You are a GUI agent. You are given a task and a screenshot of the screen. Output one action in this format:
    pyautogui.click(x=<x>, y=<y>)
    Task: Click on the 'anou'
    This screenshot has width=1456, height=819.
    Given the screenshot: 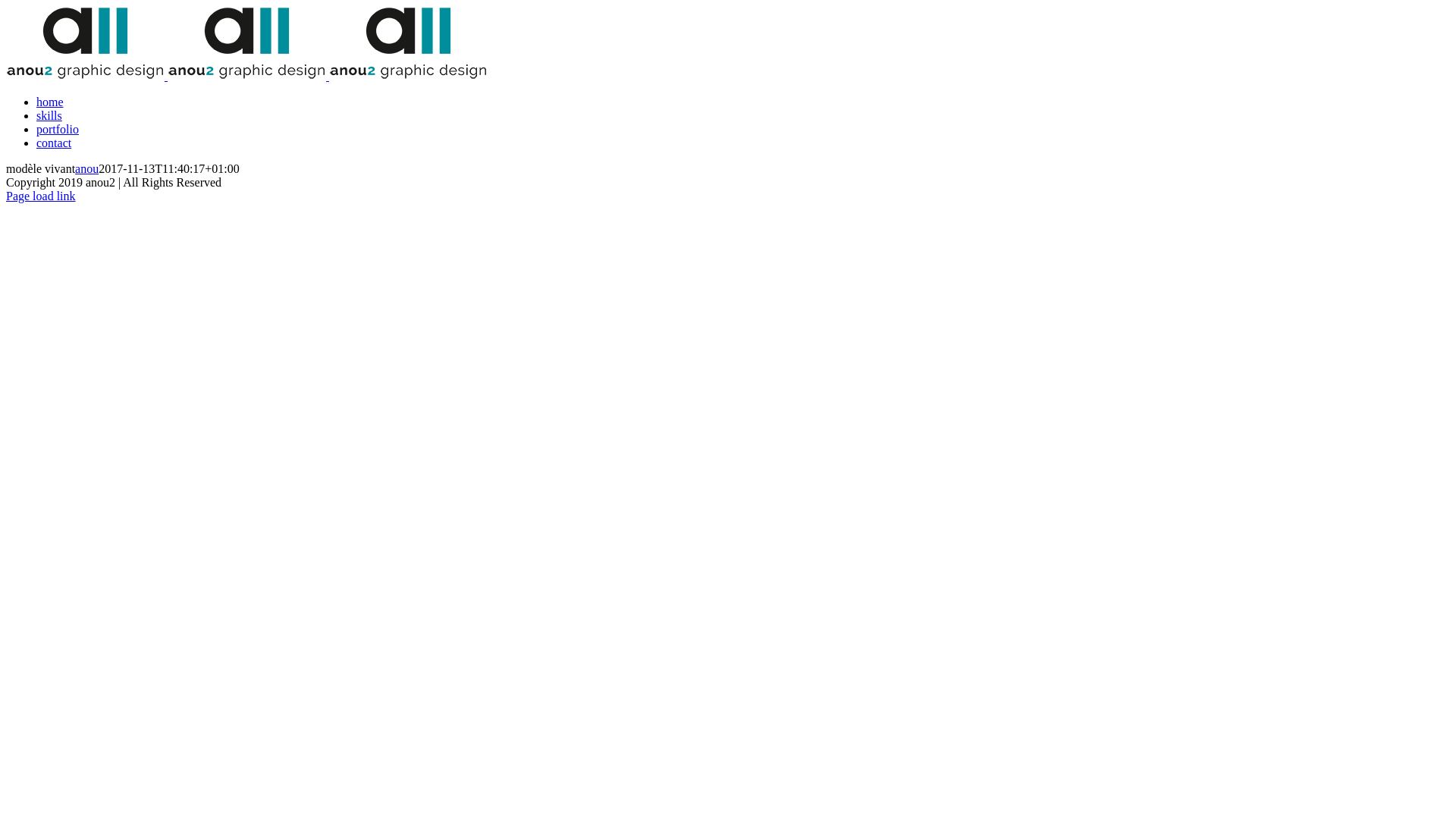 What is the action you would take?
    pyautogui.click(x=86, y=168)
    